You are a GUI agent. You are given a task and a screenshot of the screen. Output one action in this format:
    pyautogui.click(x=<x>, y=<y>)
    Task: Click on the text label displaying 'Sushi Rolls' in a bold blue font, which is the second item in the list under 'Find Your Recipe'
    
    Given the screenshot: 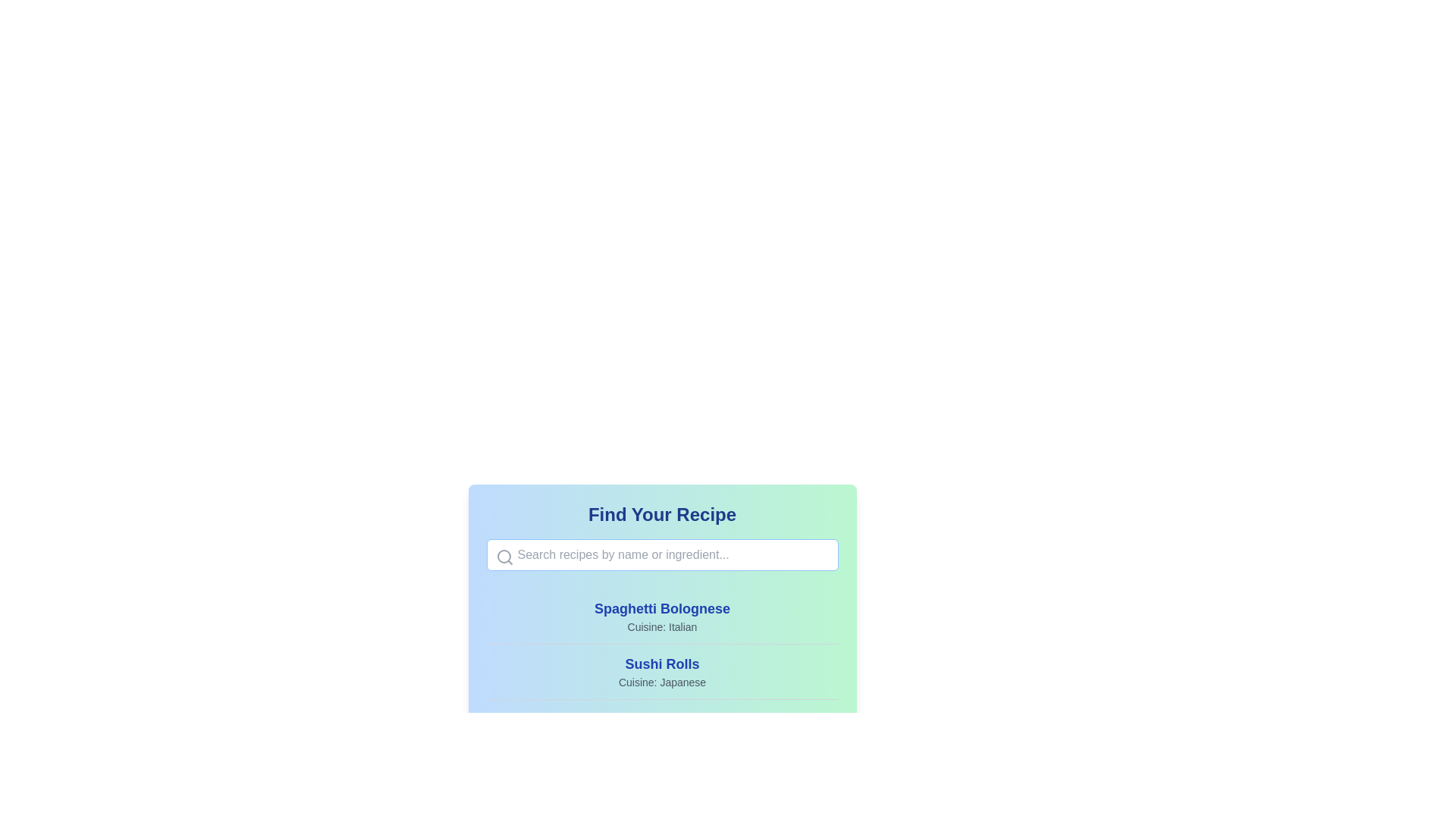 What is the action you would take?
    pyautogui.click(x=662, y=663)
    